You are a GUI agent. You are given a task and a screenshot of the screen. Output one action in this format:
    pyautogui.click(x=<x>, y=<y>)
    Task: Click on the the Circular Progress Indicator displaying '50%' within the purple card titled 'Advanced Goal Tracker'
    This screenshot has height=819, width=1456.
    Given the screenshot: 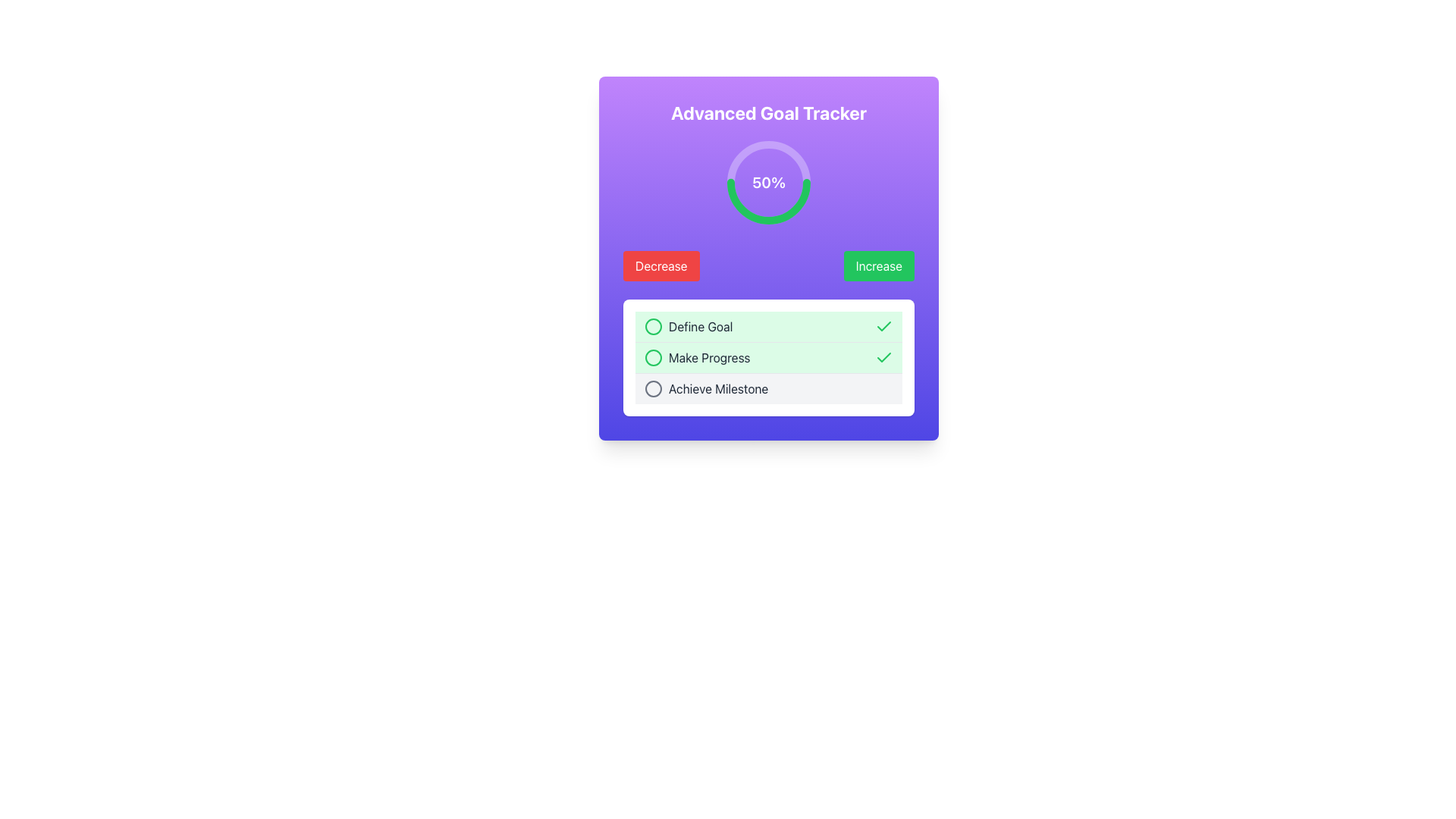 What is the action you would take?
    pyautogui.click(x=768, y=181)
    